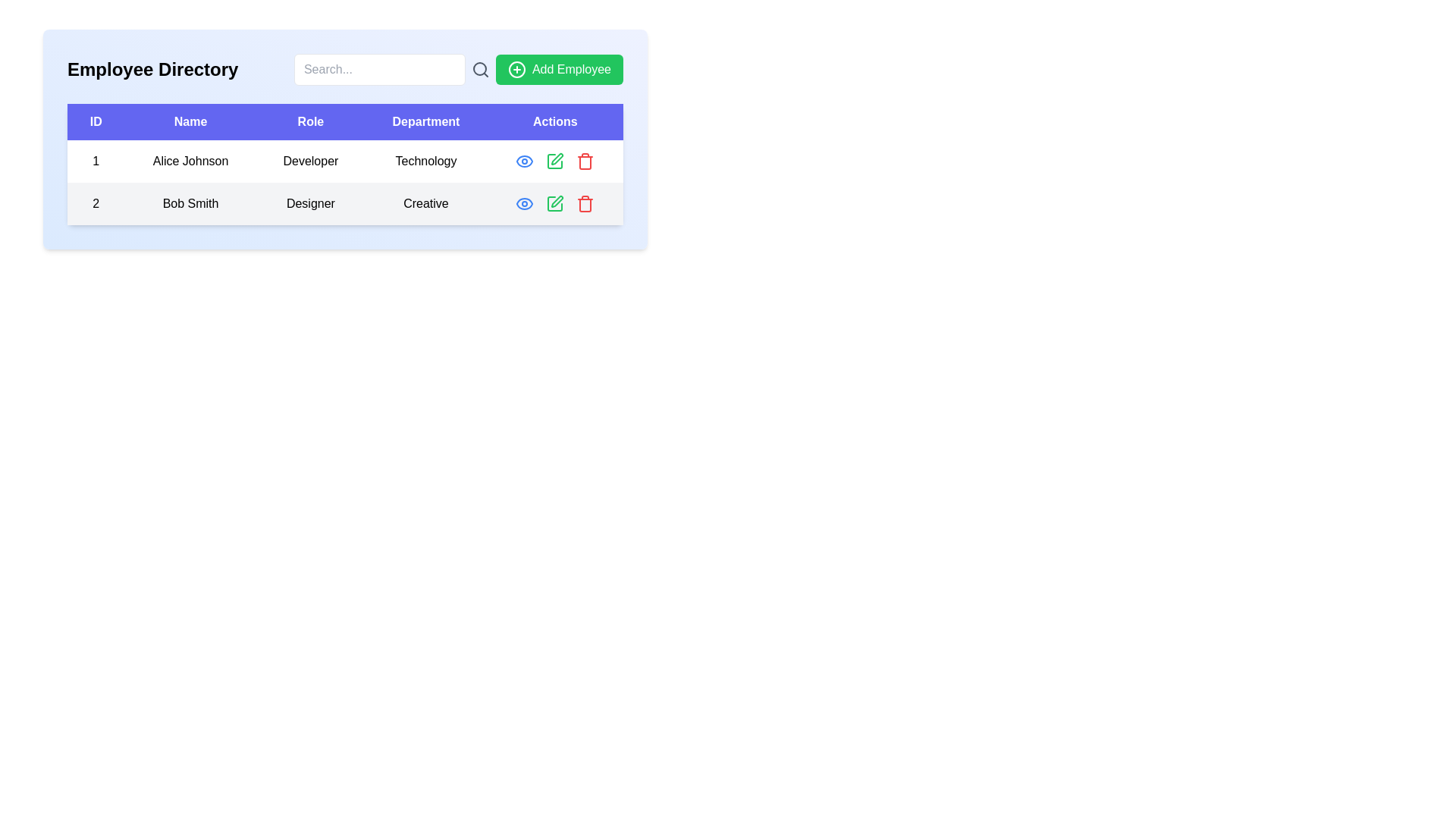 The height and width of the screenshot is (819, 1456). Describe the element at coordinates (554, 161) in the screenshot. I see `the green pen icon in the 'Actions' column of the first row to initiate an edit operation` at that location.